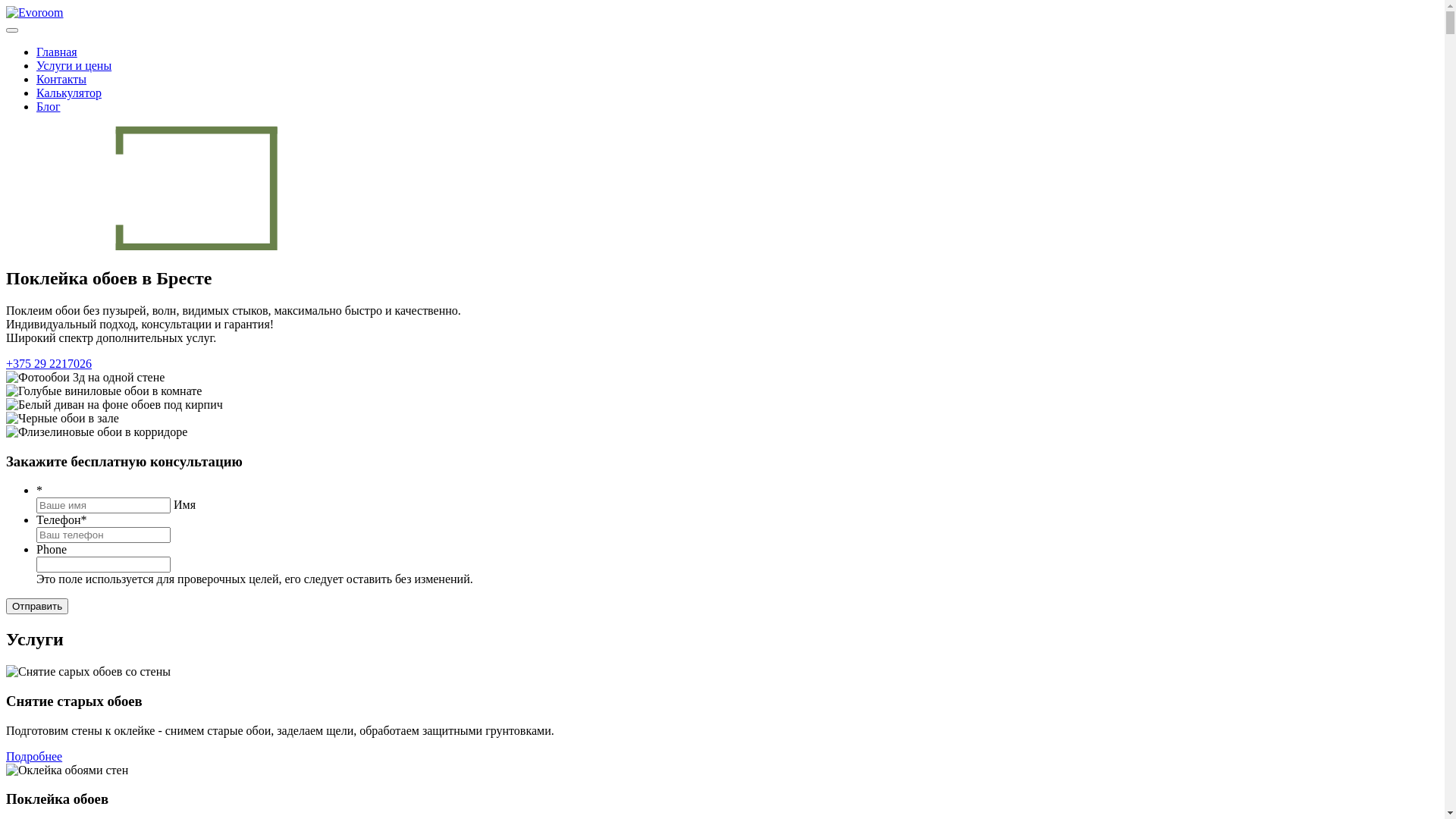 Image resolution: width=1456 pixels, height=819 pixels. Describe the element at coordinates (49, 363) in the screenshot. I see `'+375 29 2217026'` at that location.